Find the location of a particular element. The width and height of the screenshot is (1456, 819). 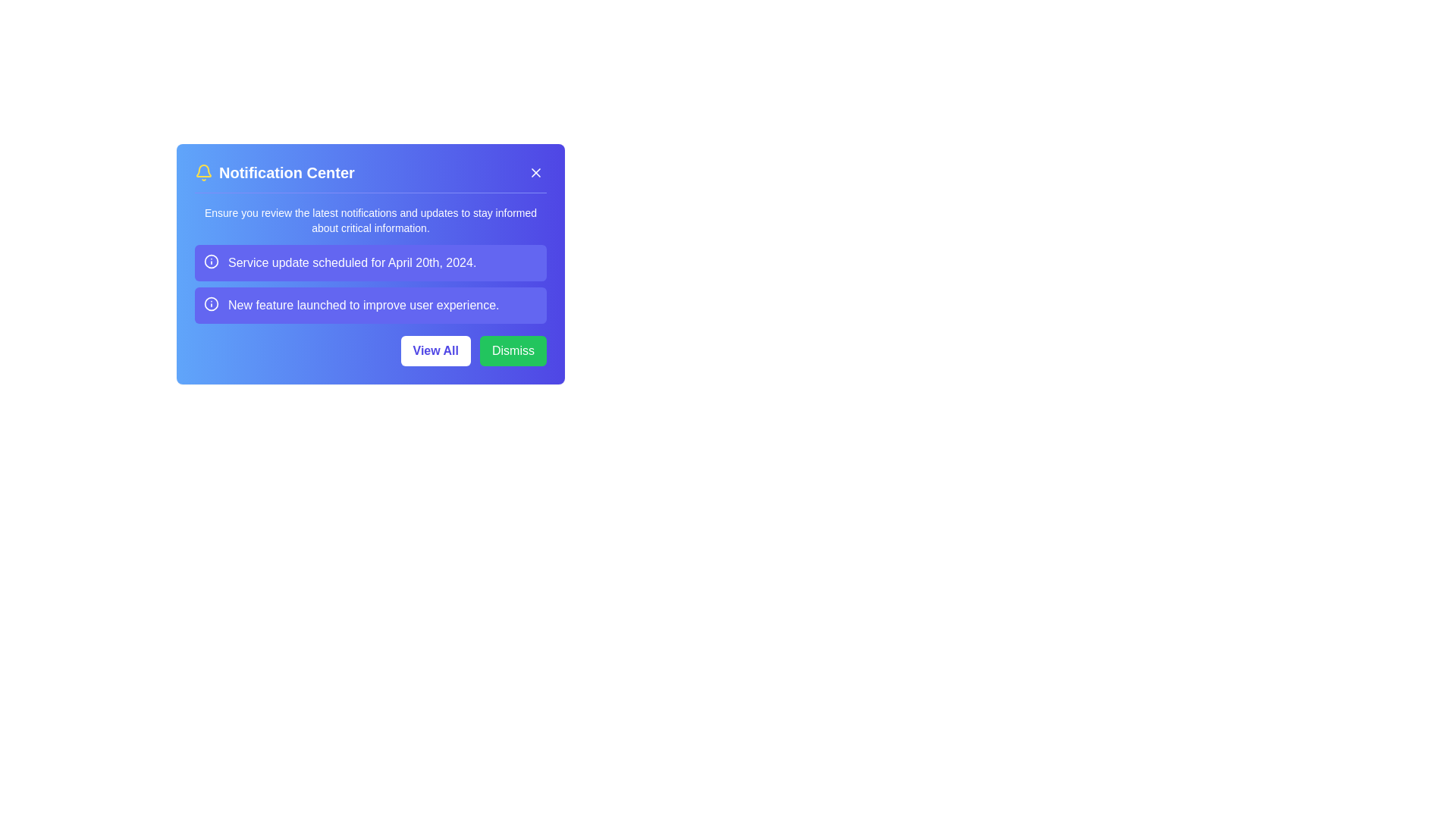

the green rectangular button labeled 'Dismiss' with rounded borders is located at coordinates (513, 350).